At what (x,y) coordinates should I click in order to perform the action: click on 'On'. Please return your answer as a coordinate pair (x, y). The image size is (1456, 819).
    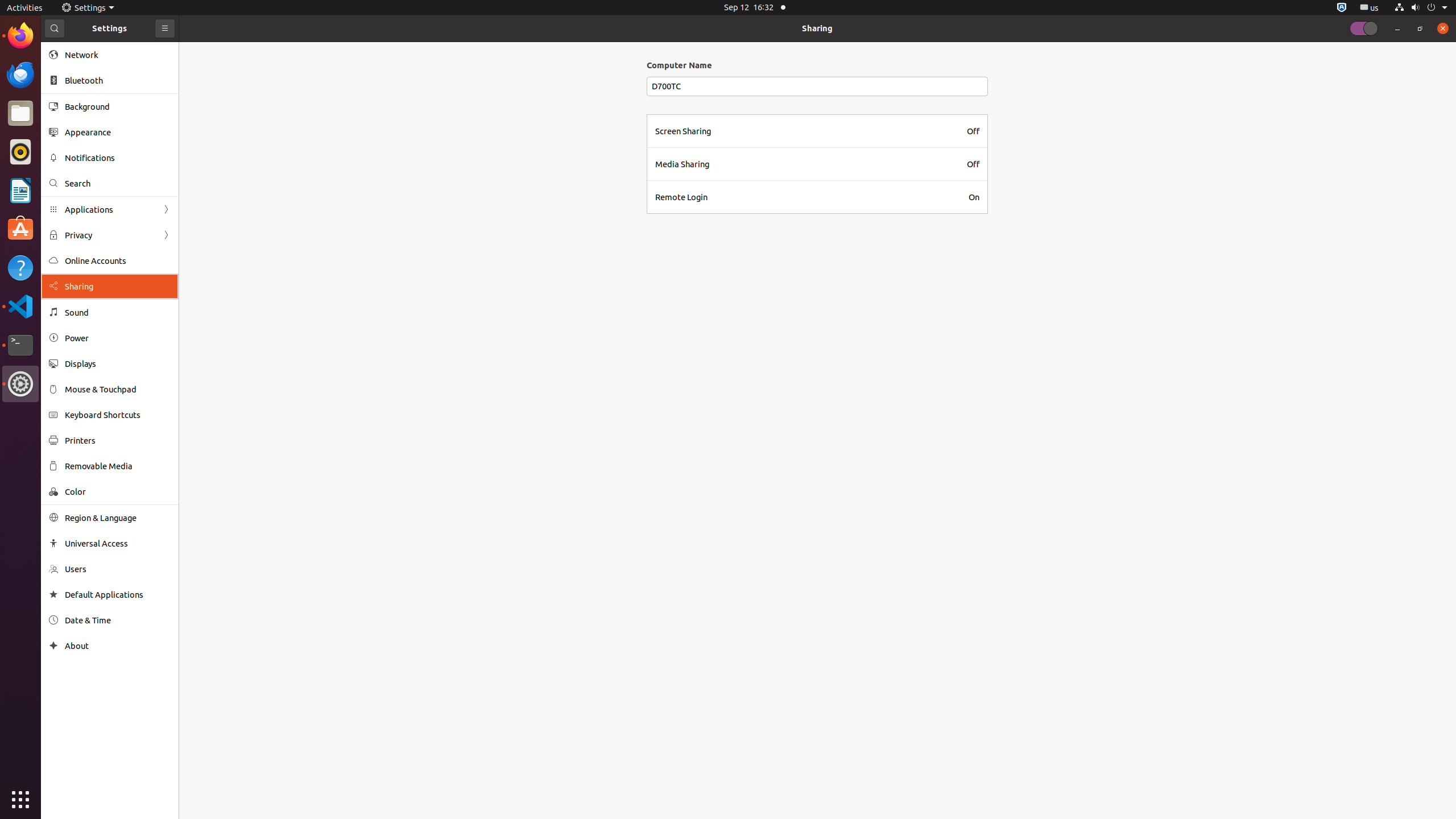
    Looking at the image, I should click on (974, 196).